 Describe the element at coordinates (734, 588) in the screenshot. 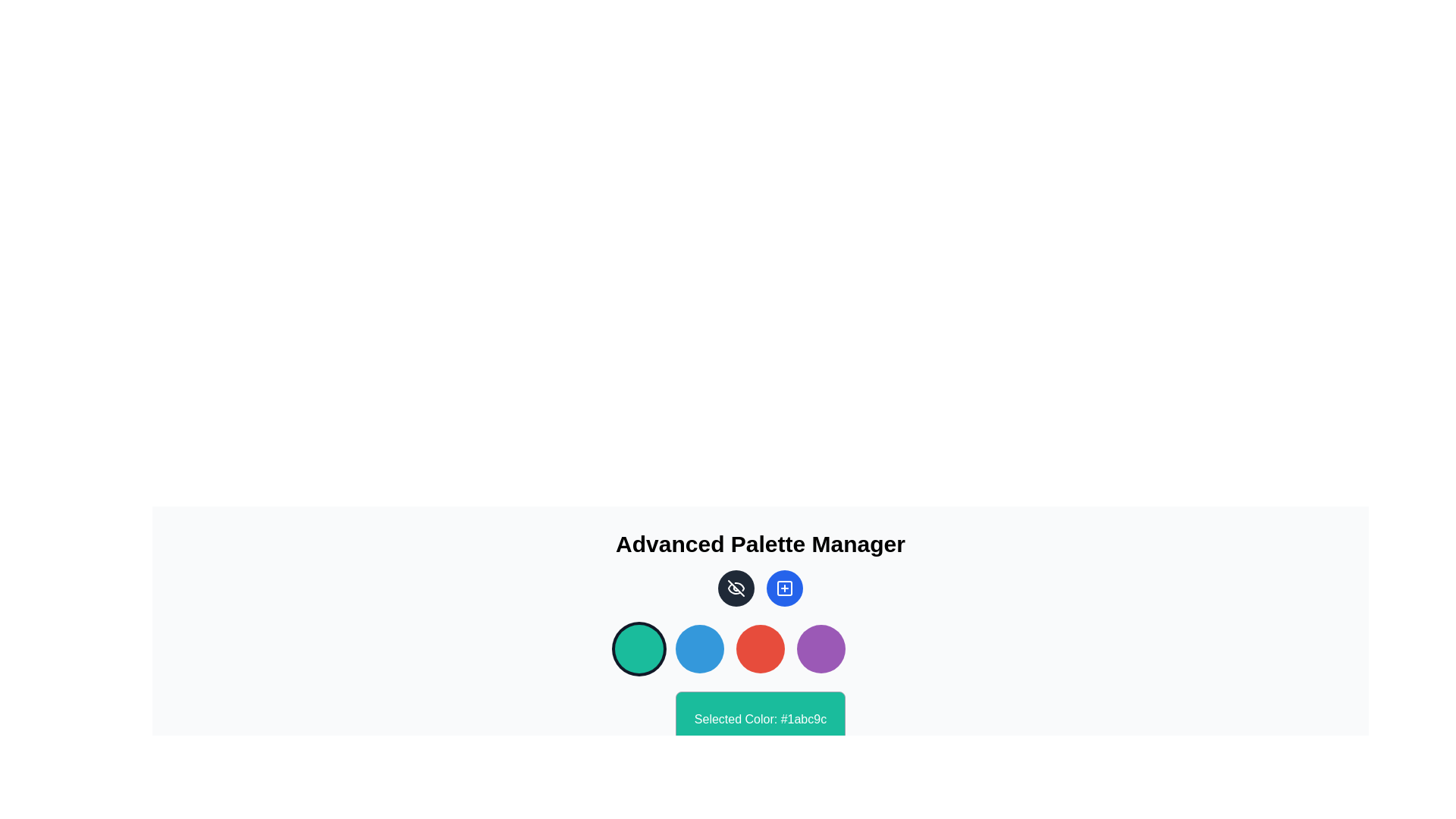

I see `the segment of the eye-off icon located within the circular button, which is positioned below the 'Advanced Palette Manager' heading and to the left of a blue circular icon` at that location.